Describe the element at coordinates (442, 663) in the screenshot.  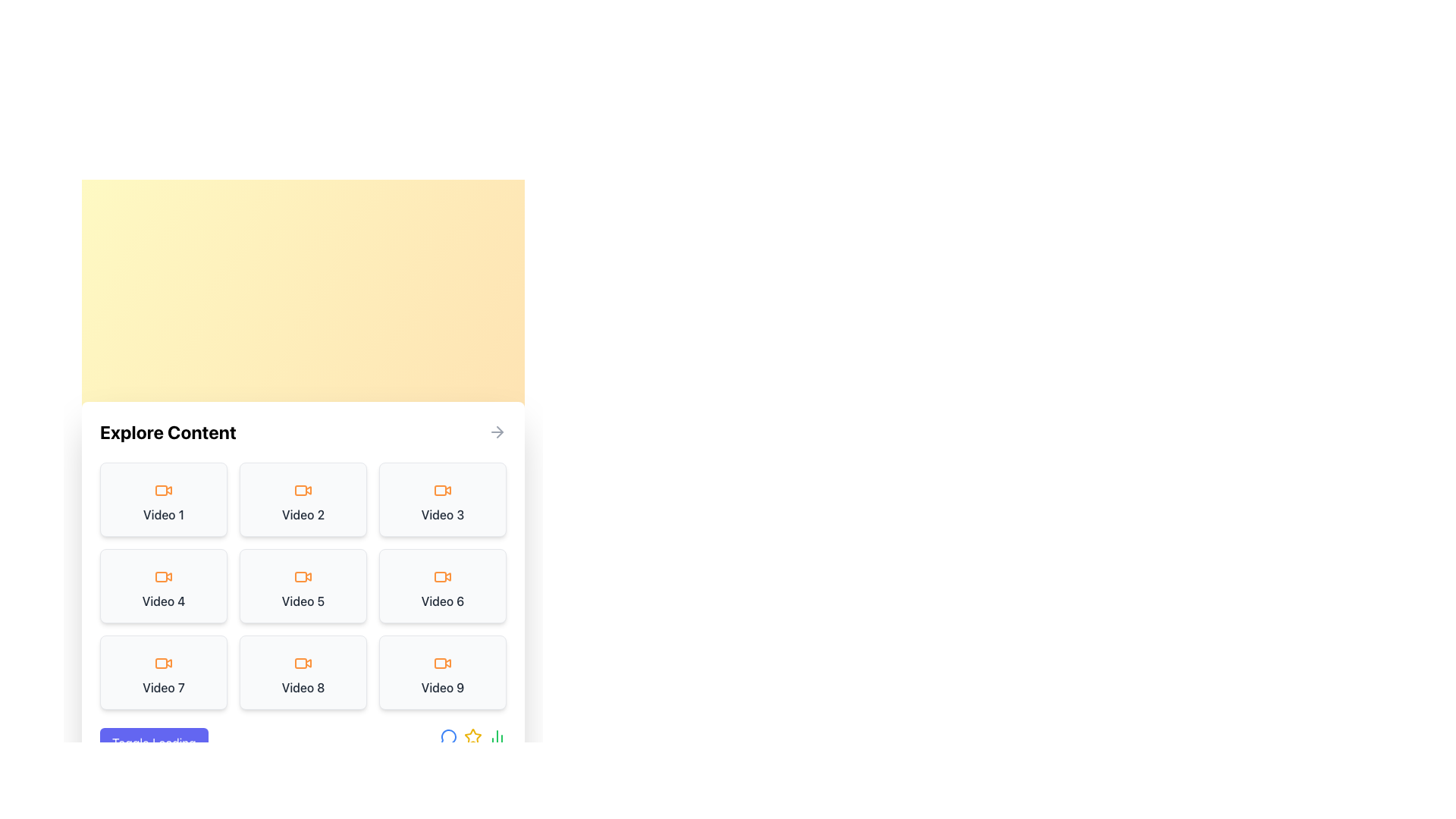
I see `the visual characteristics of the video camera icon associated with the 'Video 9' label located in the bottom right section of a 3x3 grid layout` at that location.